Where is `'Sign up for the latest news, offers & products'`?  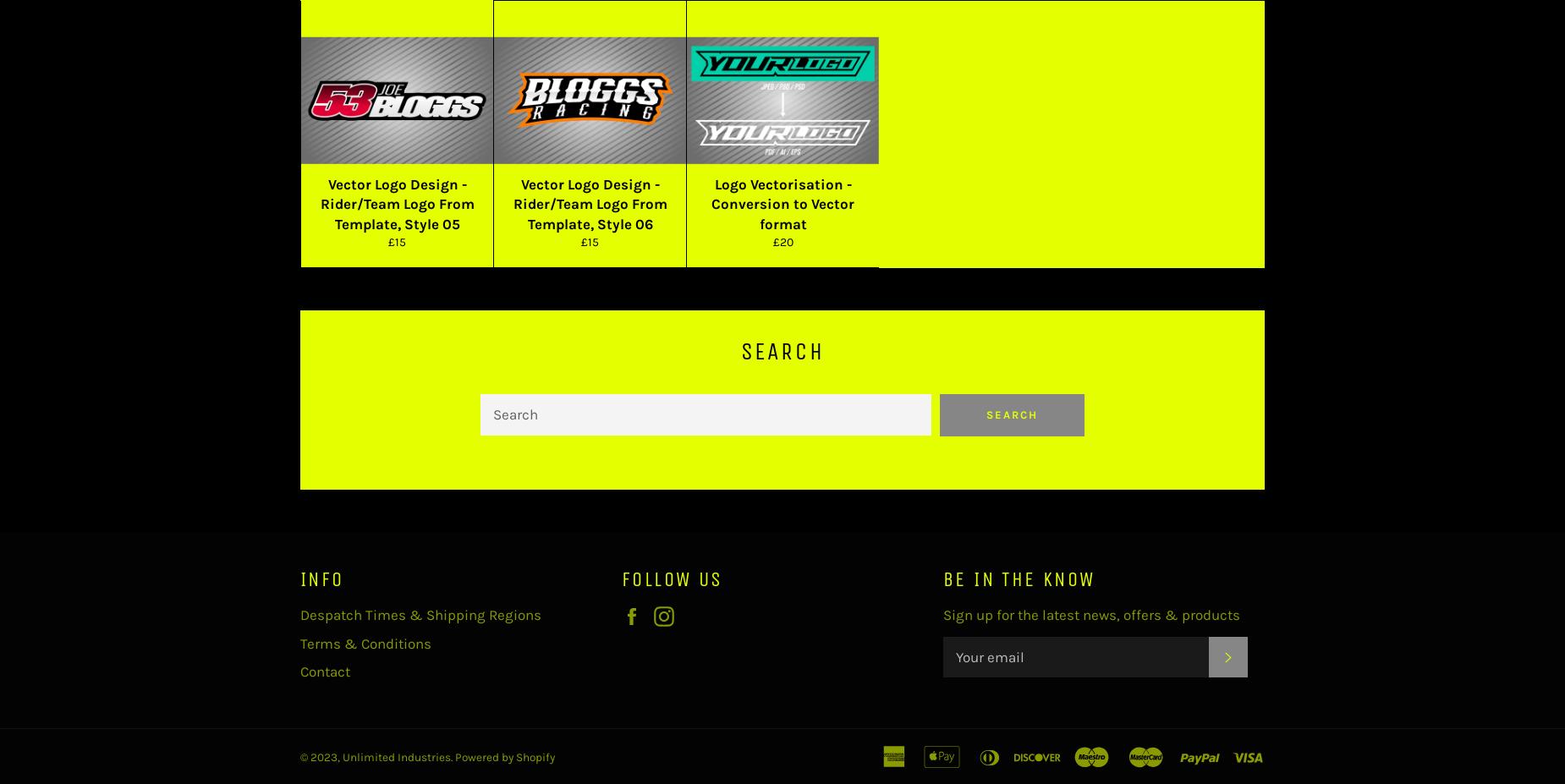 'Sign up for the latest news, offers & products' is located at coordinates (1090, 614).